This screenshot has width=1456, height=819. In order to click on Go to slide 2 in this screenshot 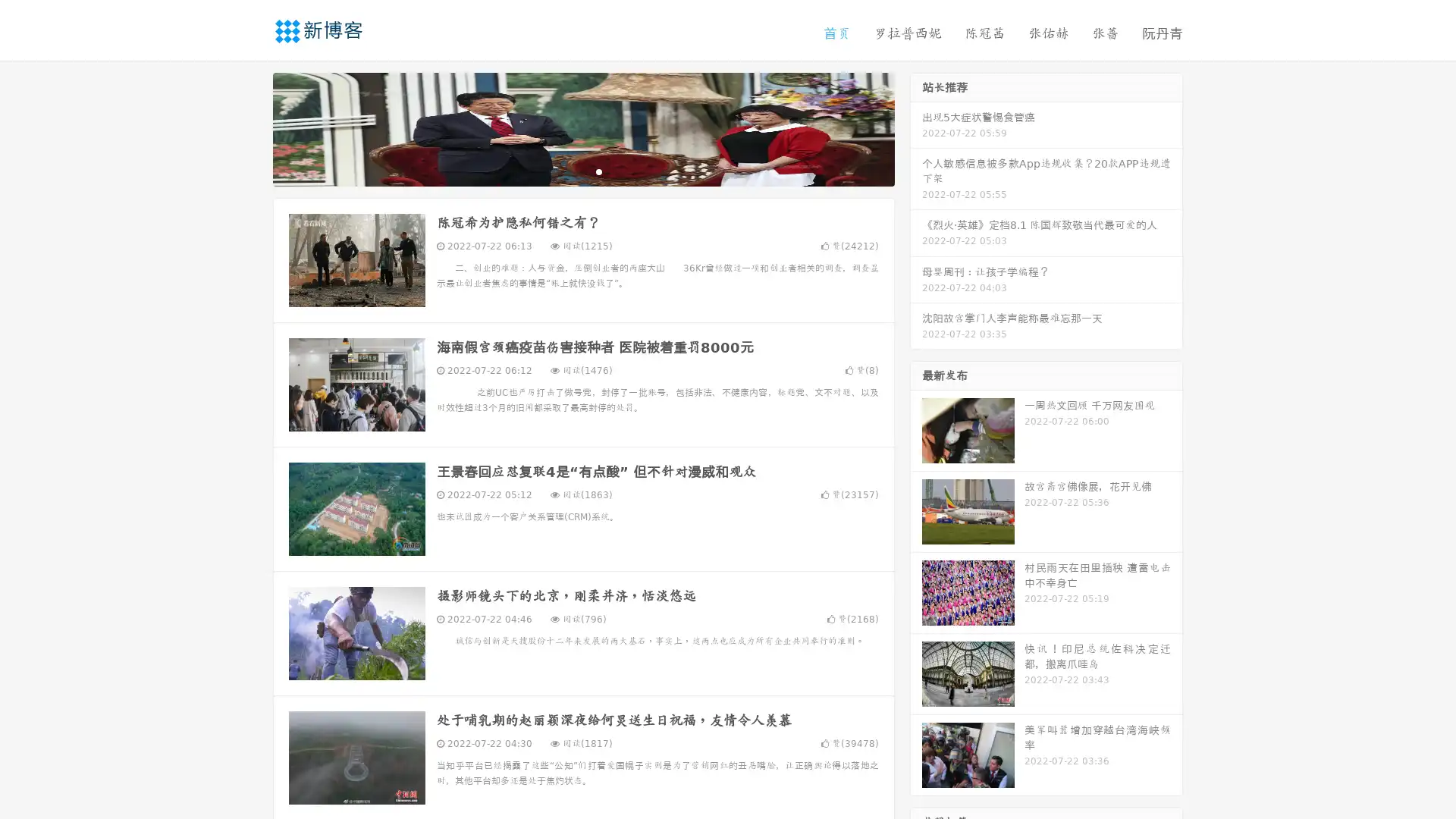, I will do `click(582, 171)`.